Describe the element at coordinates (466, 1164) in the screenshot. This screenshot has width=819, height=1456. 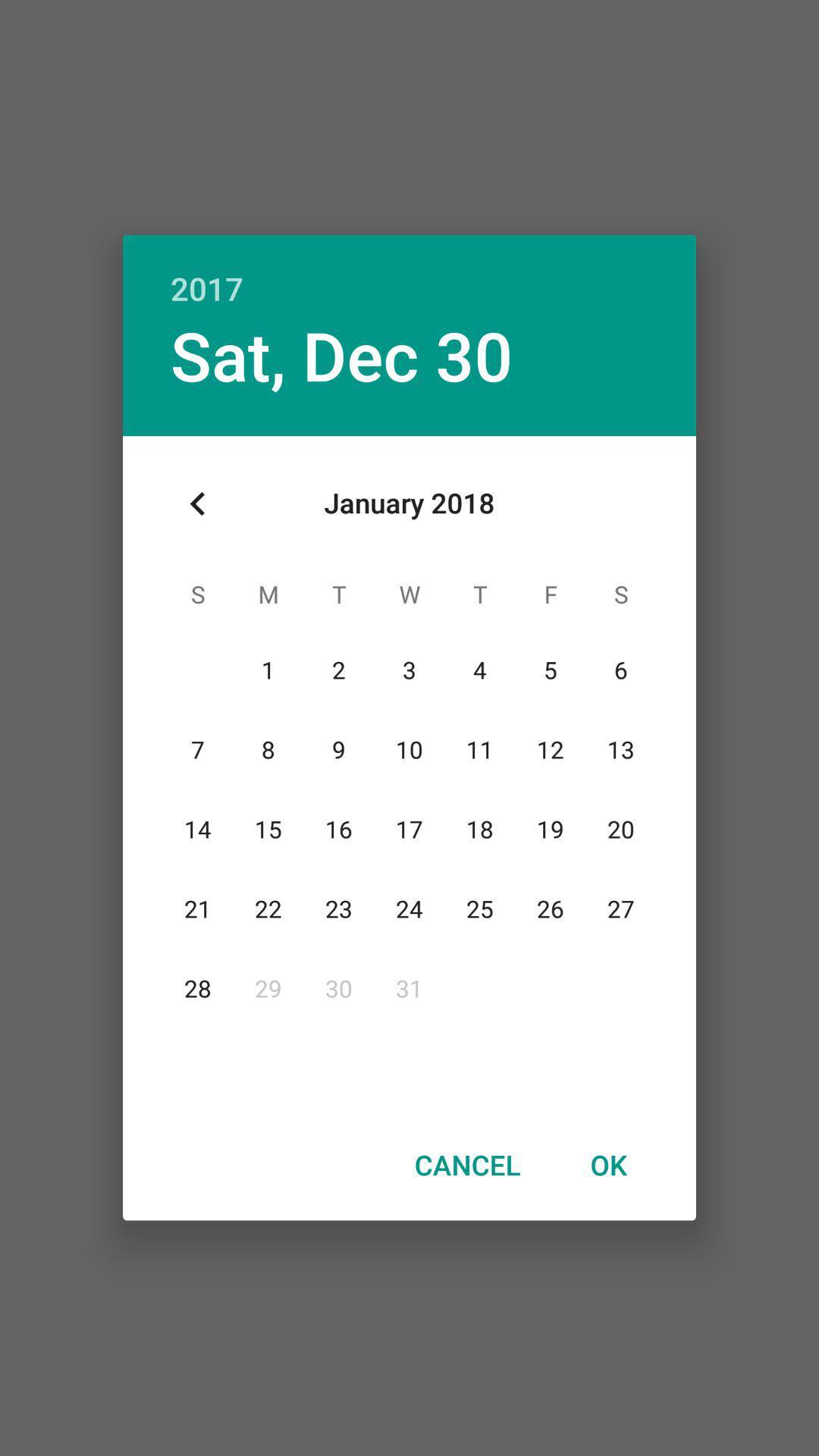
I see `the cancel icon` at that location.